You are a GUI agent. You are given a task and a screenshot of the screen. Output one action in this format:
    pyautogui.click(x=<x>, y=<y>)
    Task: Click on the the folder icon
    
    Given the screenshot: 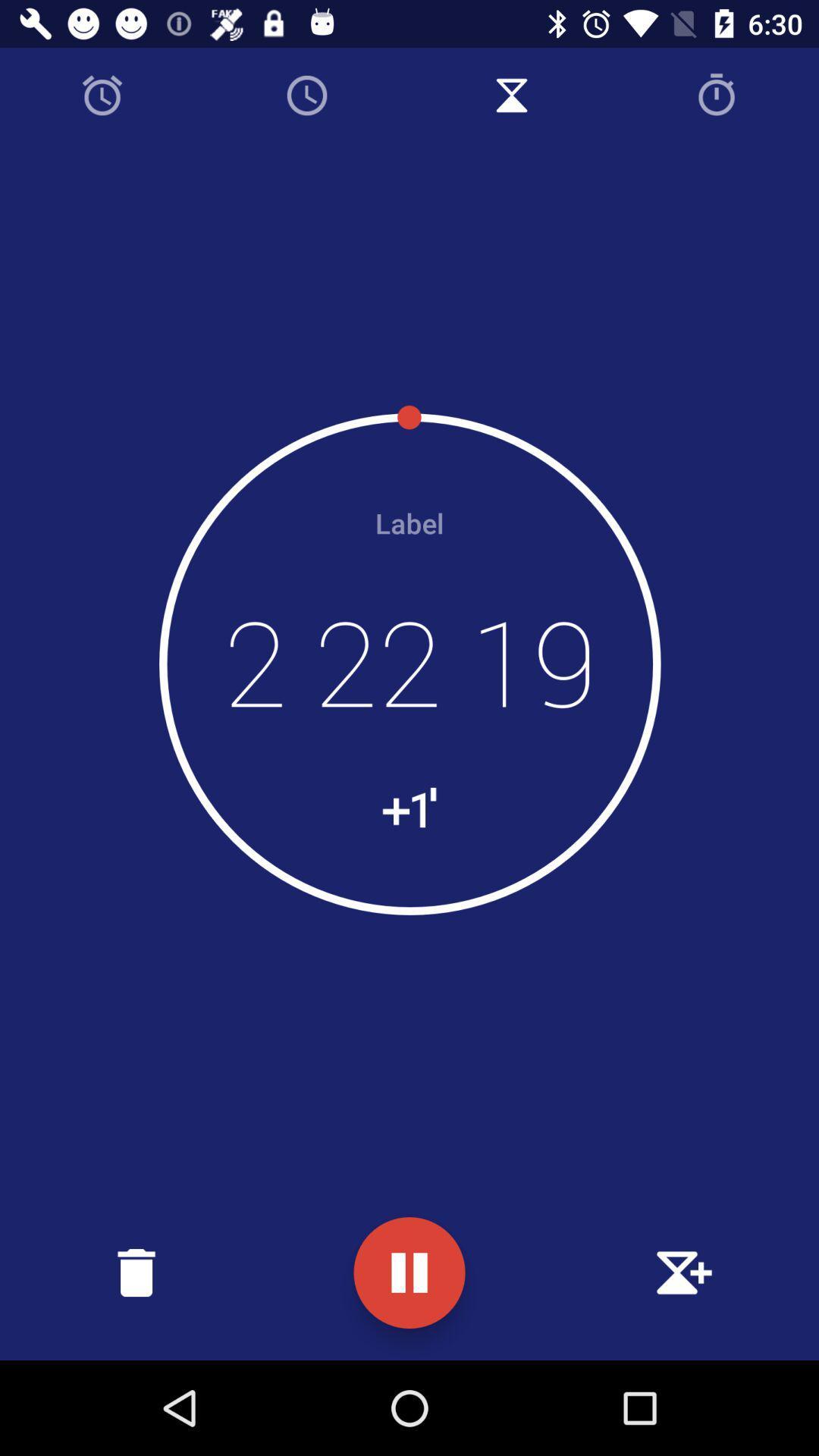 What is the action you would take?
    pyautogui.click(x=136, y=1272)
    